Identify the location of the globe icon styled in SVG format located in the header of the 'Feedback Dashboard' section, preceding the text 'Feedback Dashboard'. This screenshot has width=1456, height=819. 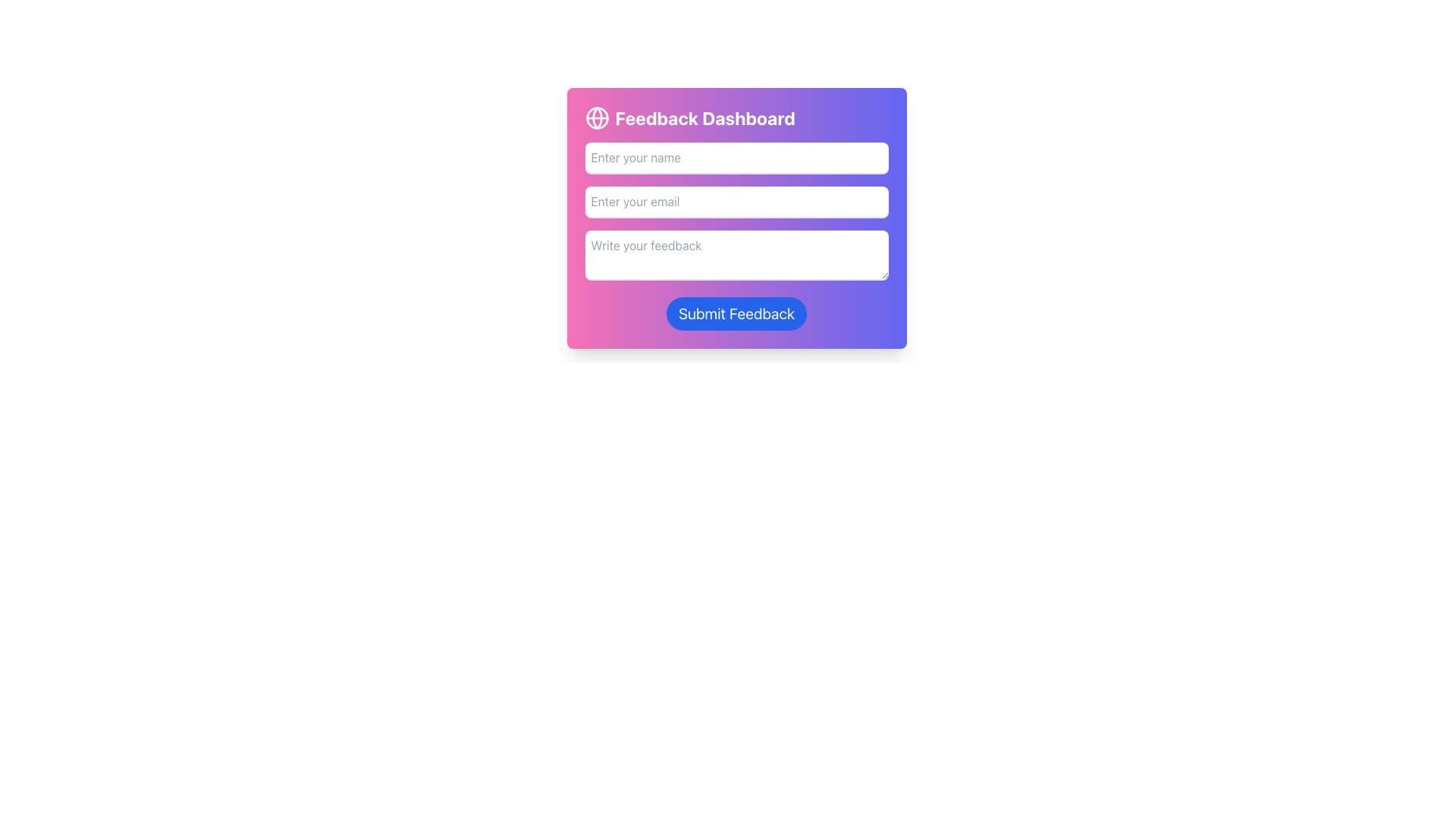
(596, 117).